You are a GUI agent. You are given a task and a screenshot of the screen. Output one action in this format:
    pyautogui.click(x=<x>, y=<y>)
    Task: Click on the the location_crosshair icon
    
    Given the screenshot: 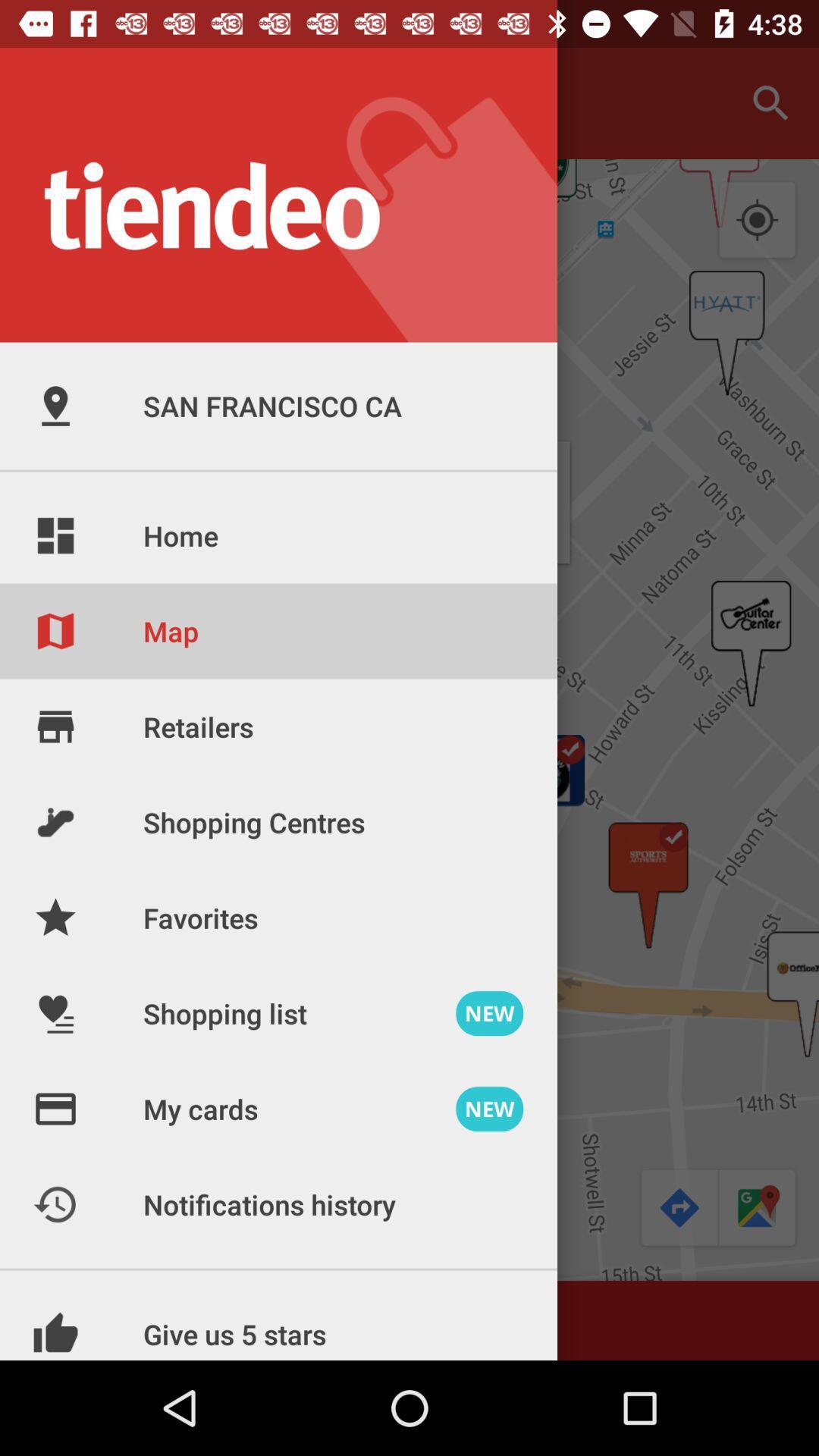 What is the action you would take?
    pyautogui.click(x=757, y=220)
    